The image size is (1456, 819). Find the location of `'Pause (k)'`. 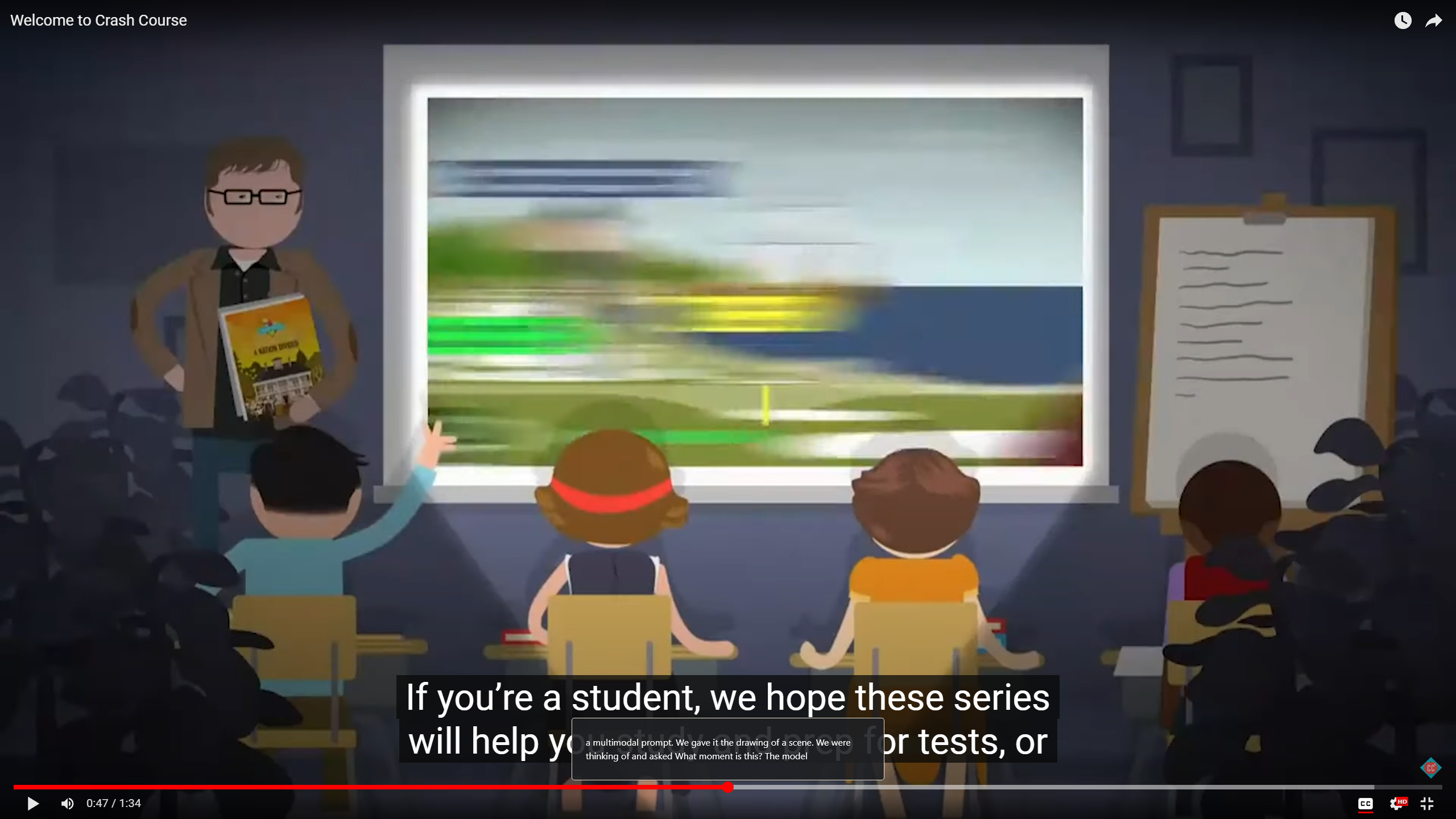

'Pause (k)' is located at coordinates (32, 803).